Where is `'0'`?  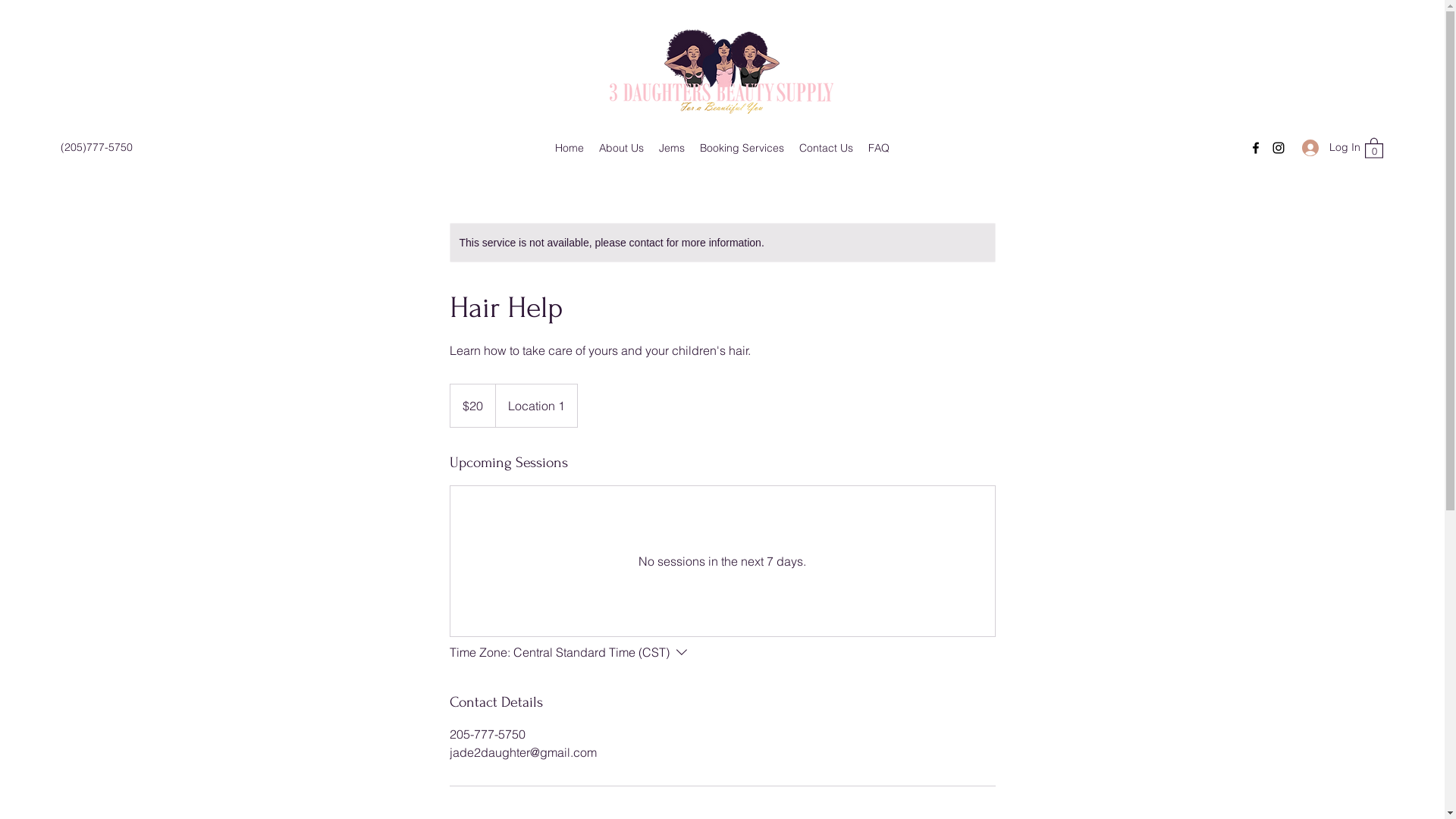 '0' is located at coordinates (1373, 147).